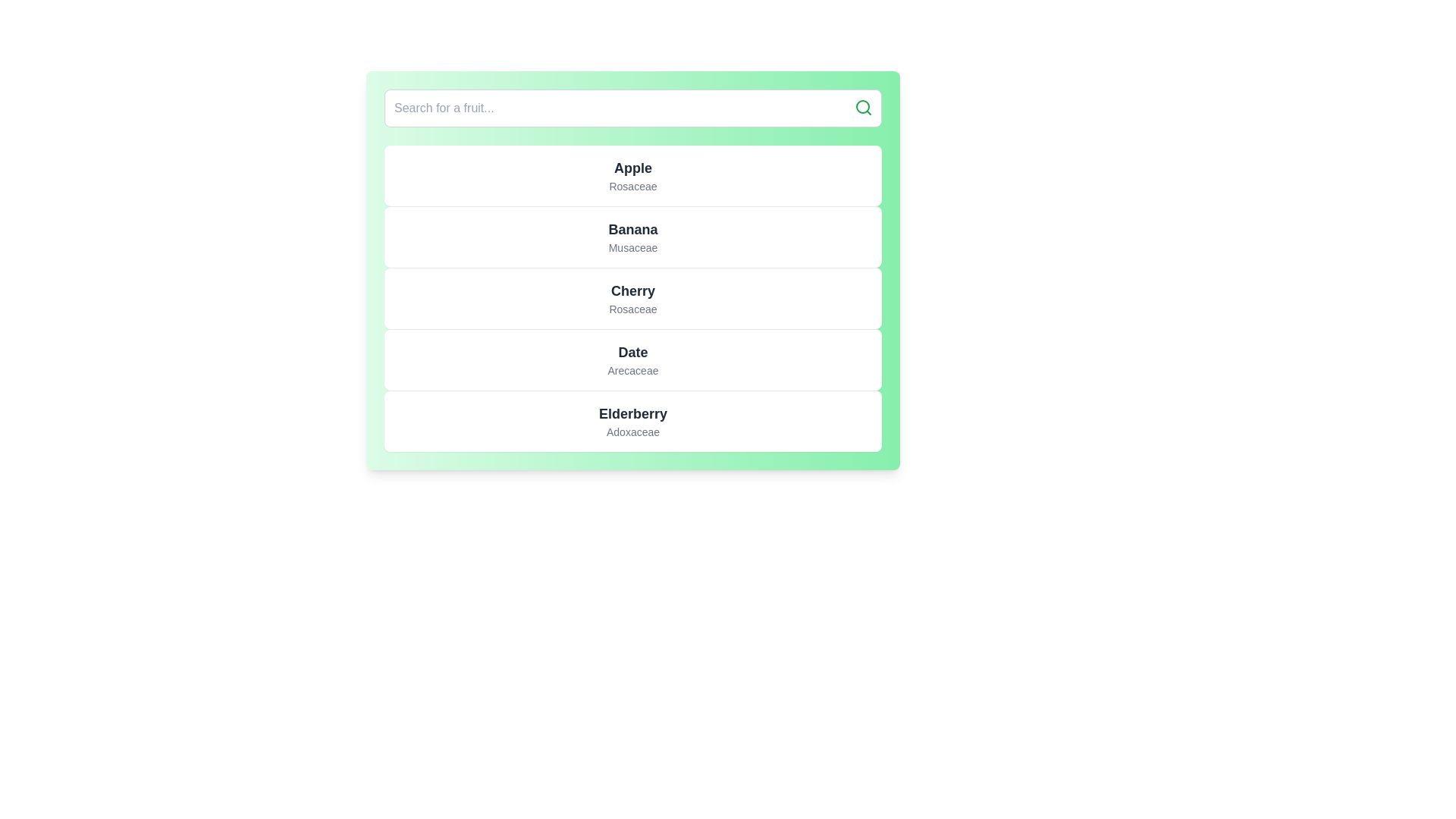  Describe the element at coordinates (633, 309) in the screenshot. I see `the text element displaying 'Rosaceae', which is located below the header 'Cherry' in a white card-like item` at that location.